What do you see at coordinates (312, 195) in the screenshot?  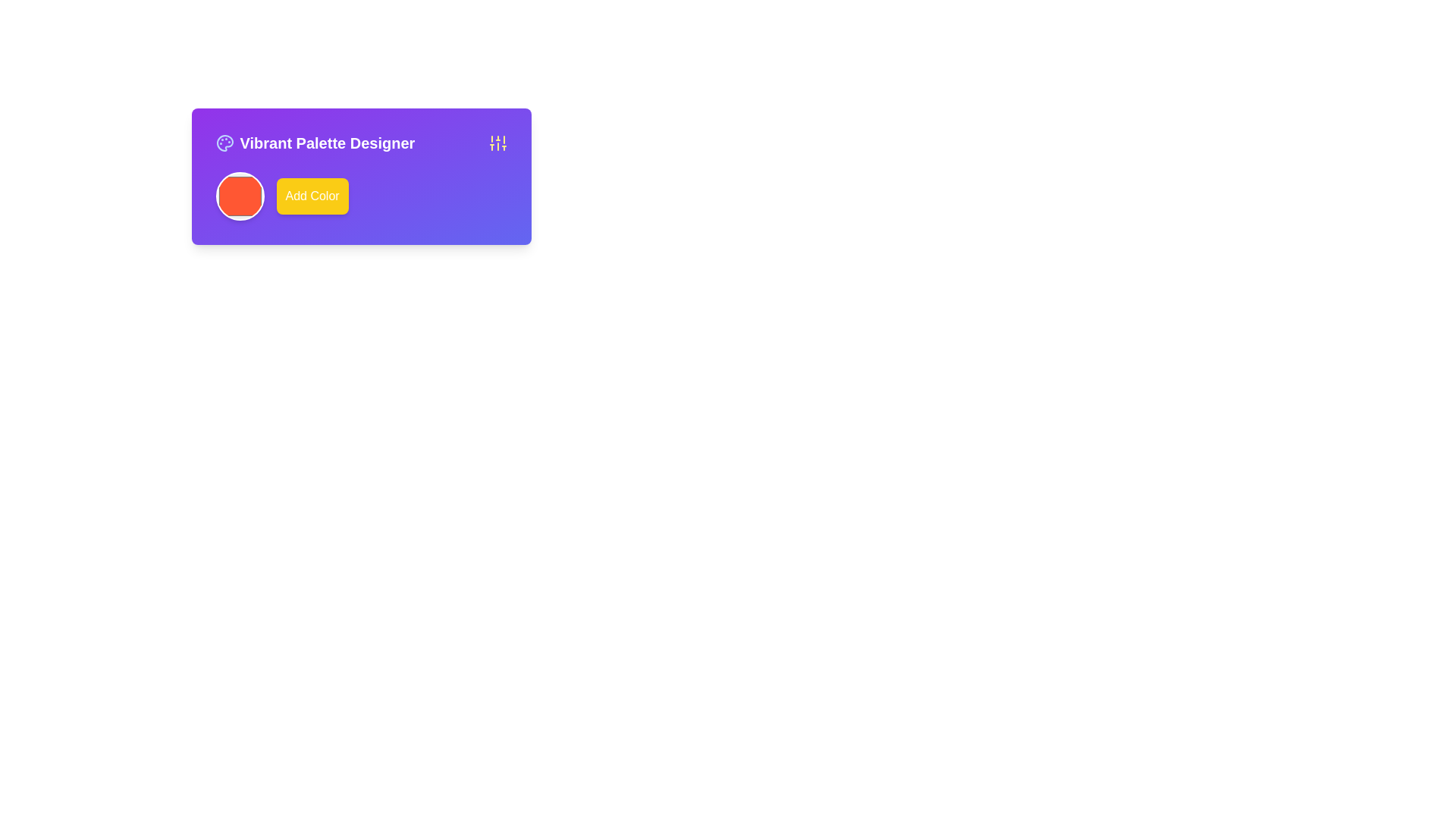 I see `the button for adding a new color to the palette in the 'Vibrant Palette Designer'` at bounding box center [312, 195].